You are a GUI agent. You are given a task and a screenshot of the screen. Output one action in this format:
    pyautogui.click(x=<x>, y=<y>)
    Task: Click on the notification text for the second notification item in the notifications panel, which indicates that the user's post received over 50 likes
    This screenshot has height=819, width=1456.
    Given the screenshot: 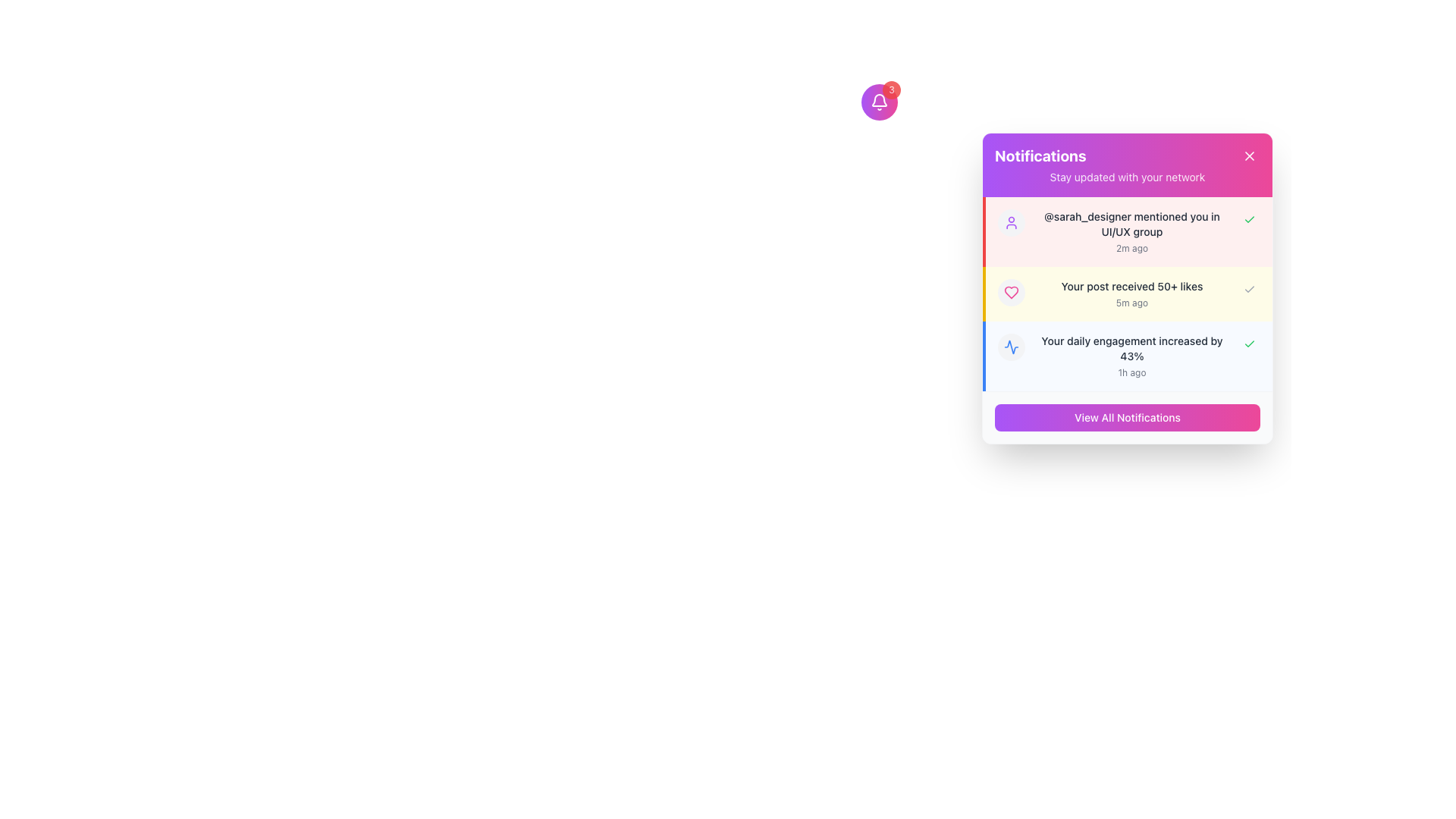 What is the action you would take?
    pyautogui.click(x=1128, y=294)
    